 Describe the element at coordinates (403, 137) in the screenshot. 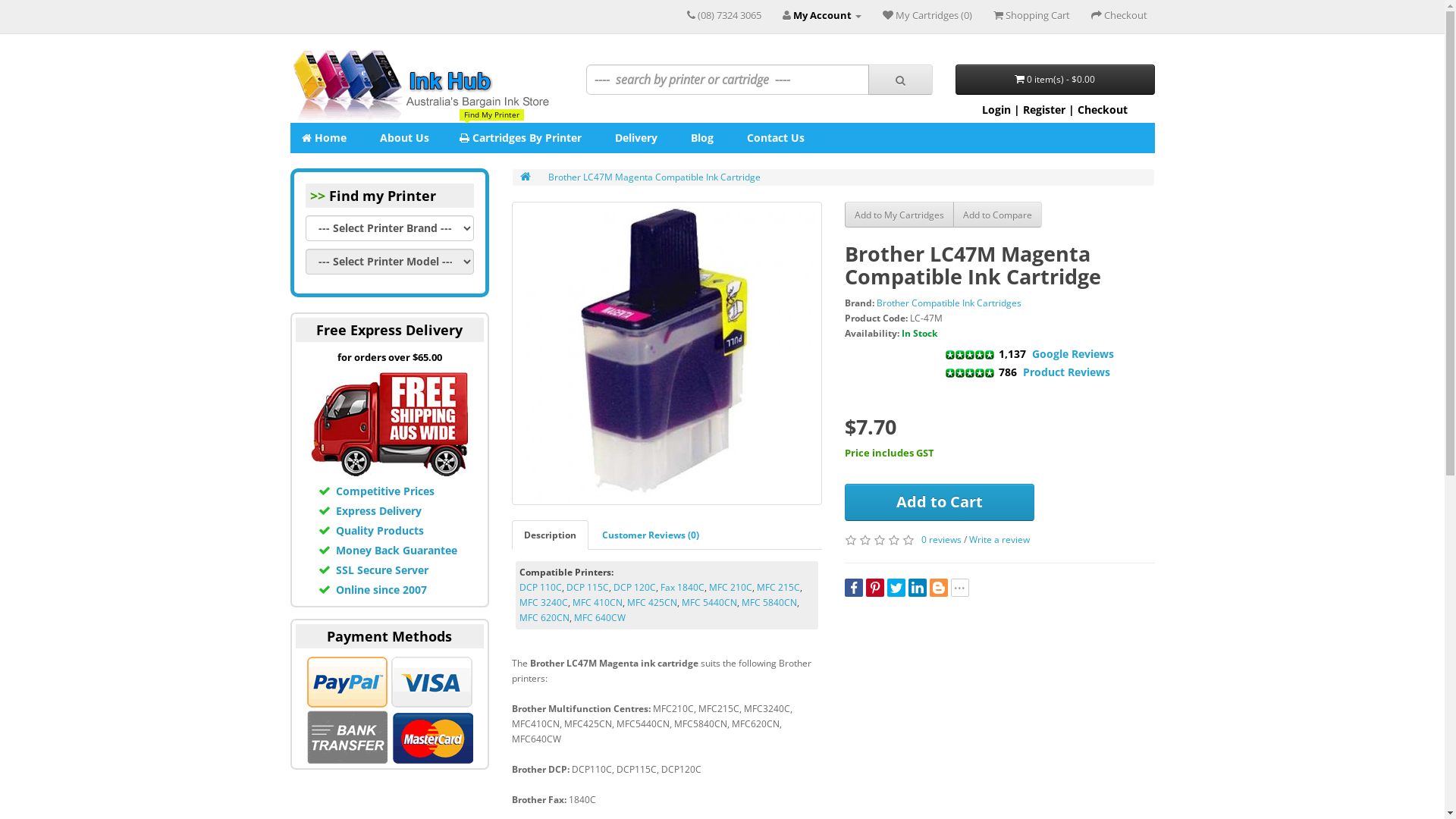

I see `'About Us'` at that location.